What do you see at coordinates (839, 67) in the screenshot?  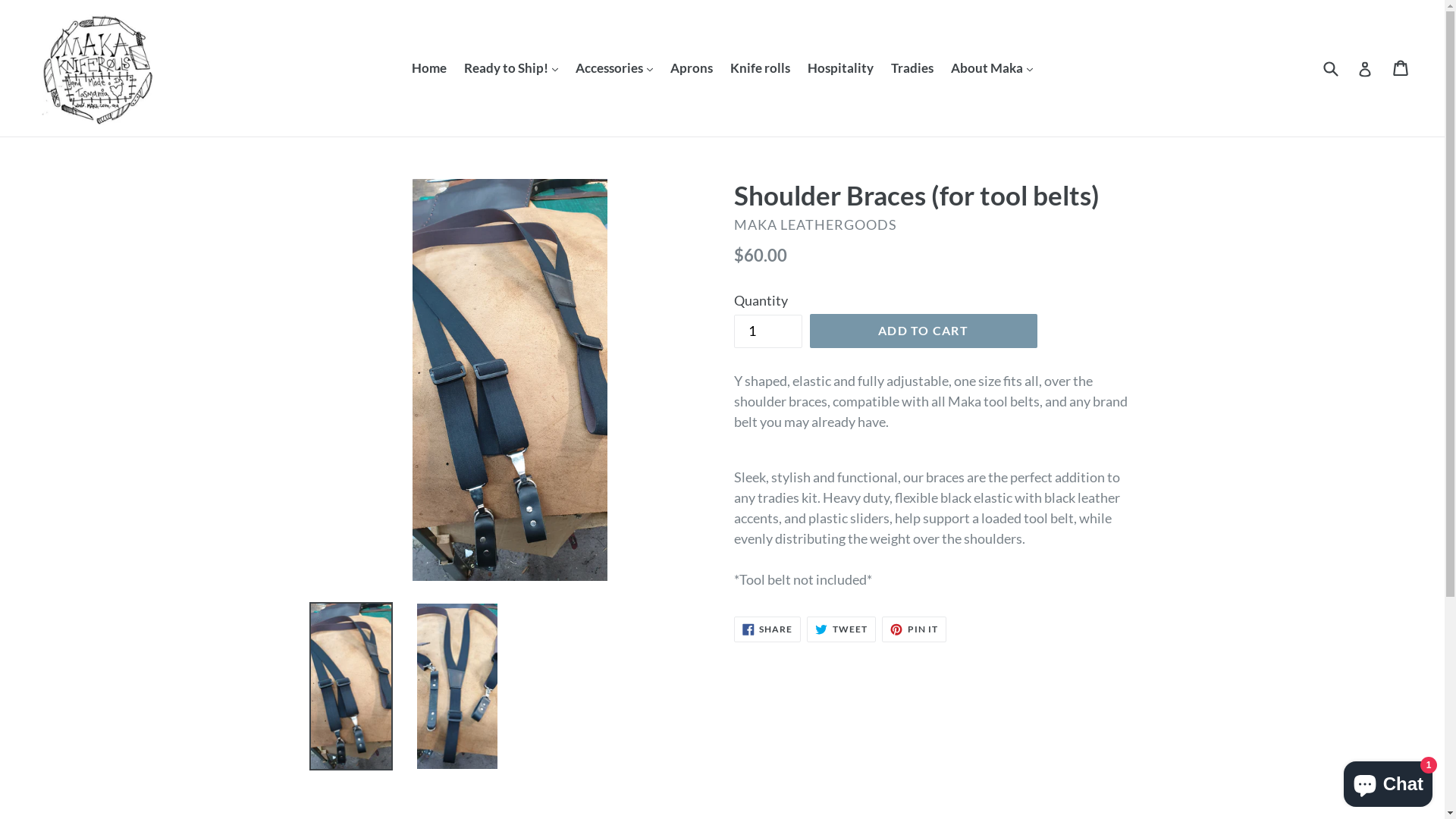 I see `'Hospitality'` at bounding box center [839, 67].